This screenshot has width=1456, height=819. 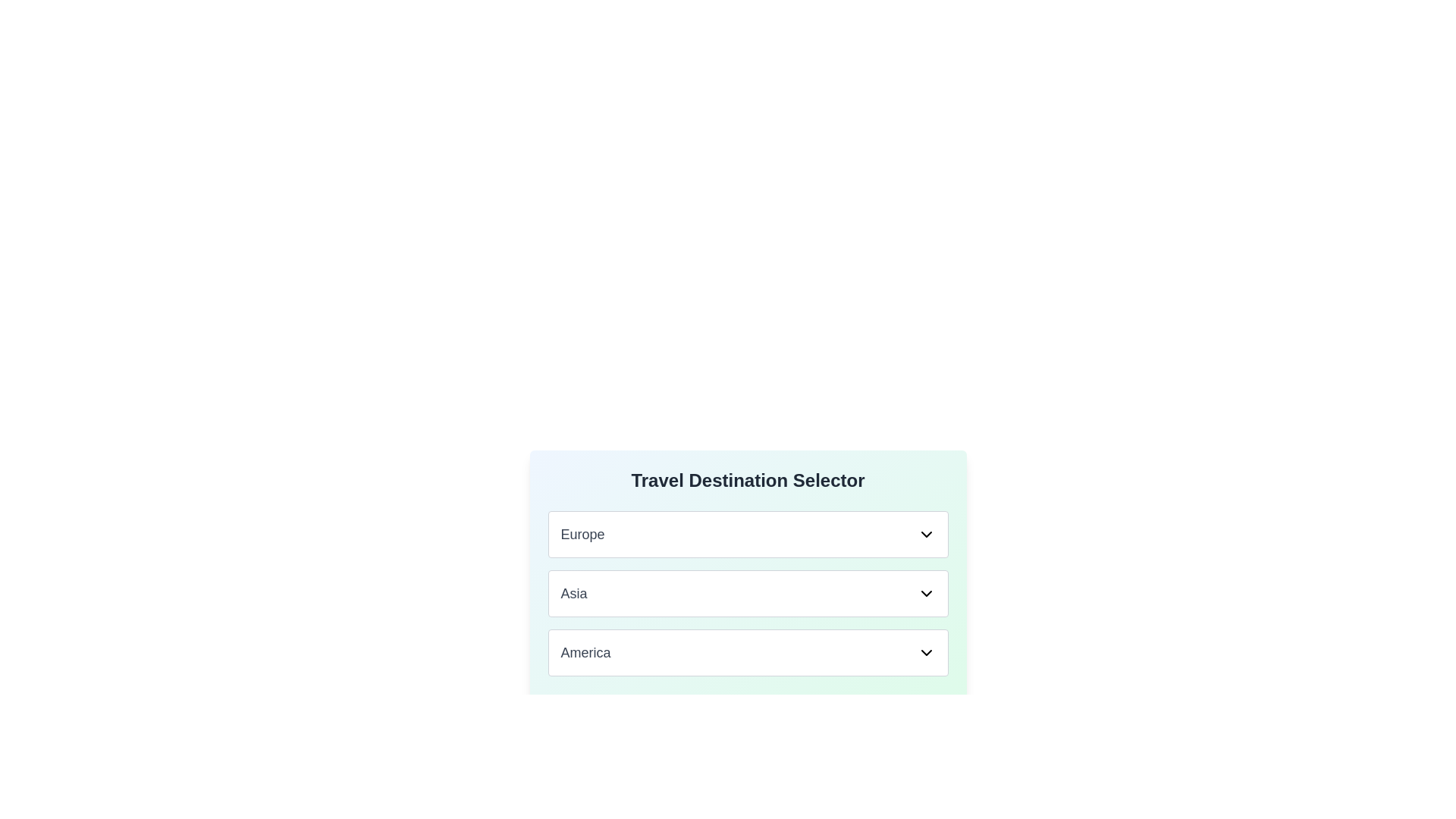 I want to click on the Dropdown selector item labeled 'America' which is a white rounded rectangle with a gray border, located at the bottom of a vertically arranged list of three elements, so click(x=748, y=651).